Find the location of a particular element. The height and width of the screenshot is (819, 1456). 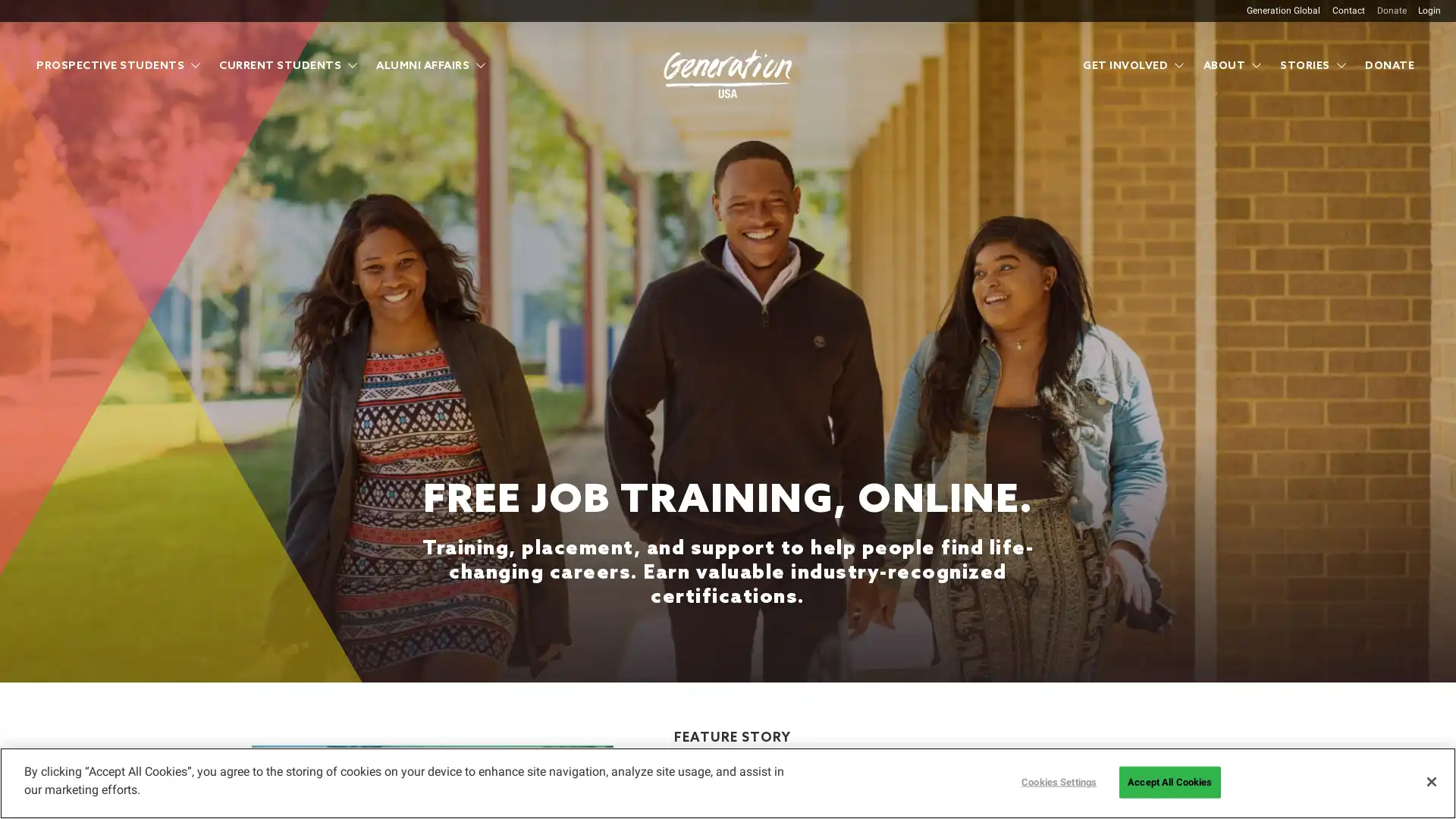

Cookies Settings is located at coordinates (1058, 781).